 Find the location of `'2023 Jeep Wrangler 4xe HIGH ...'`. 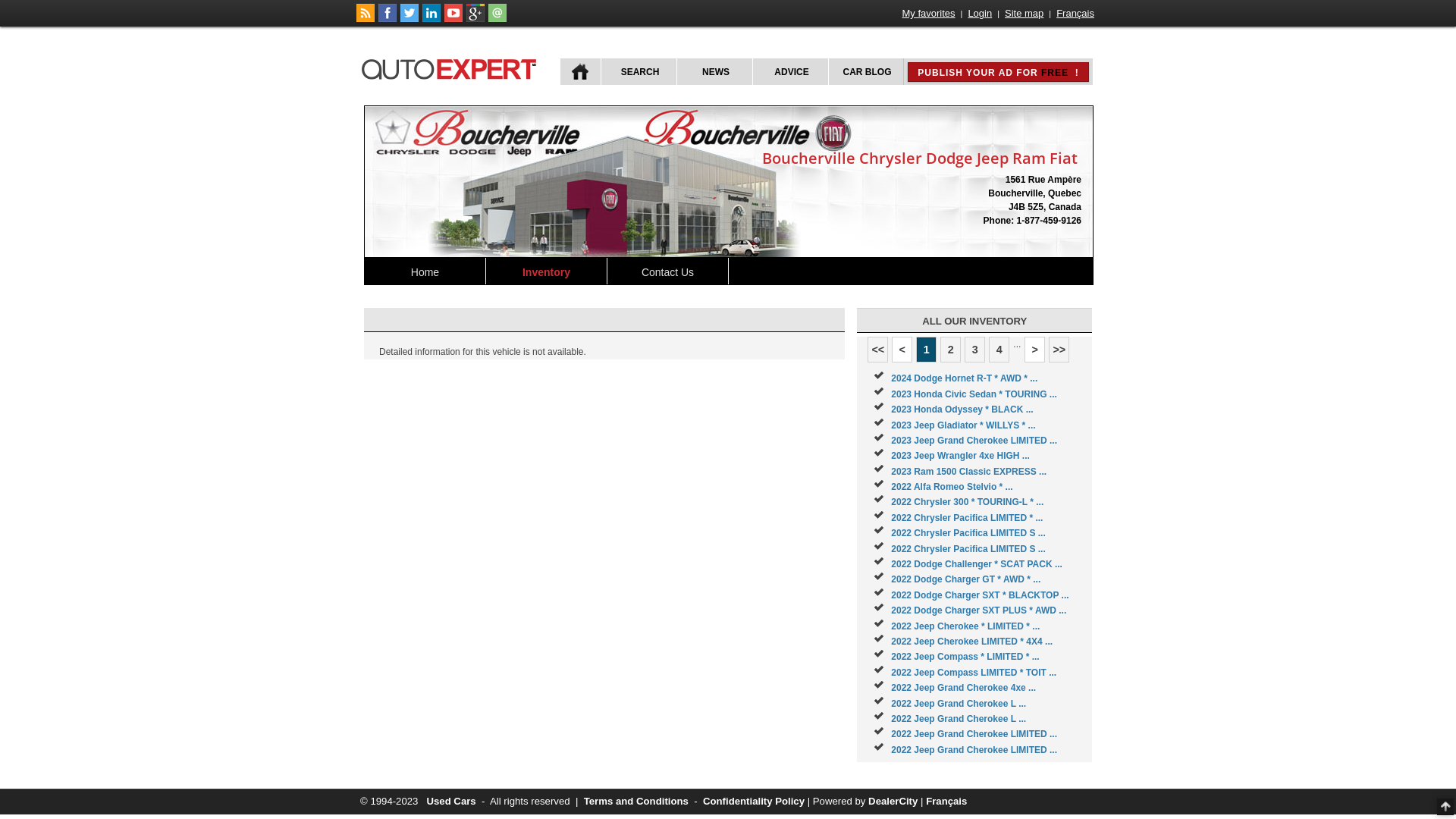

'2023 Jeep Wrangler 4xe HIGH ...' is located at coordinates (959, 455).